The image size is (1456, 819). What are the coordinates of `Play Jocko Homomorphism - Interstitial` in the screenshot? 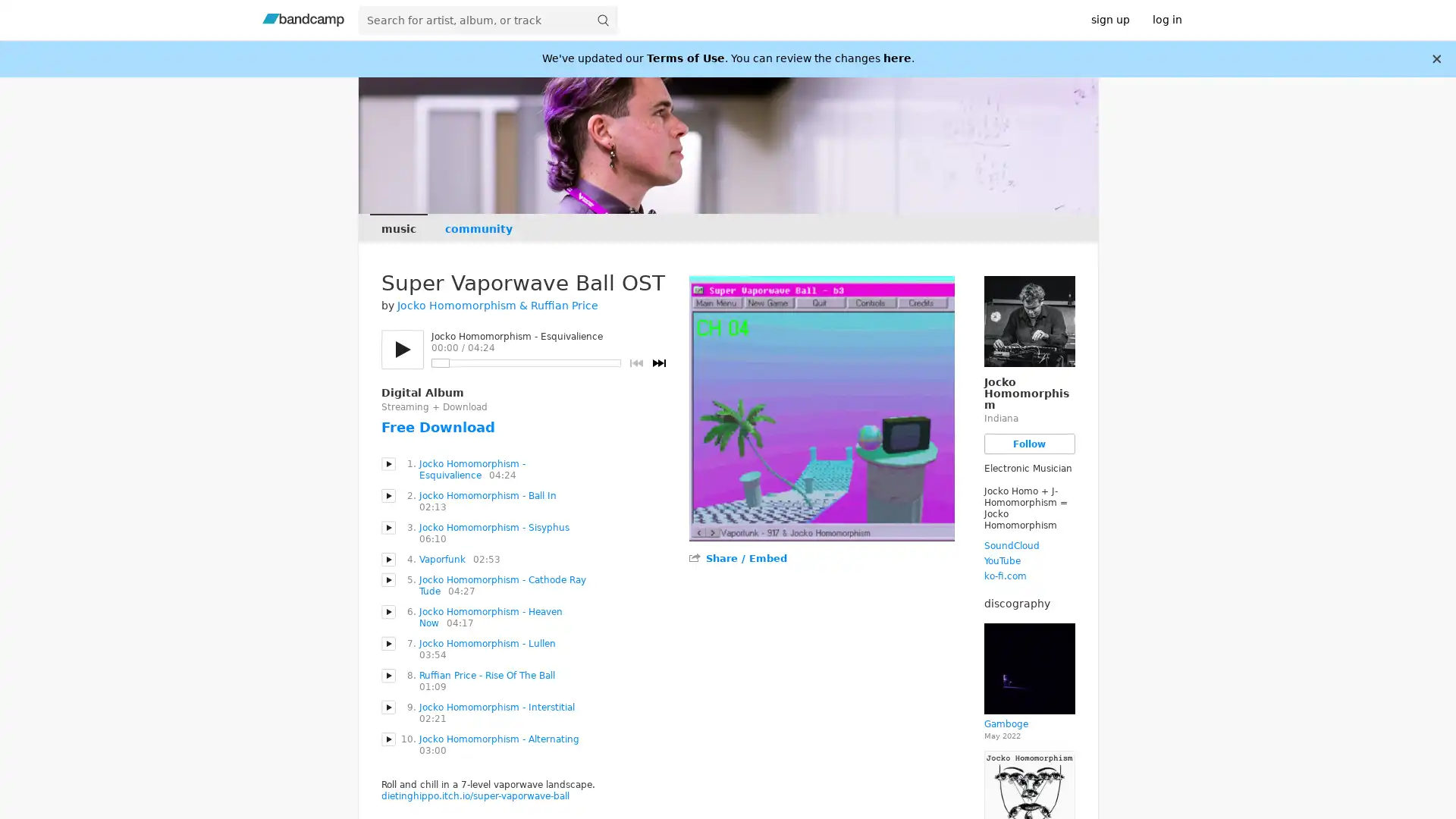 It's located at (388, 708).